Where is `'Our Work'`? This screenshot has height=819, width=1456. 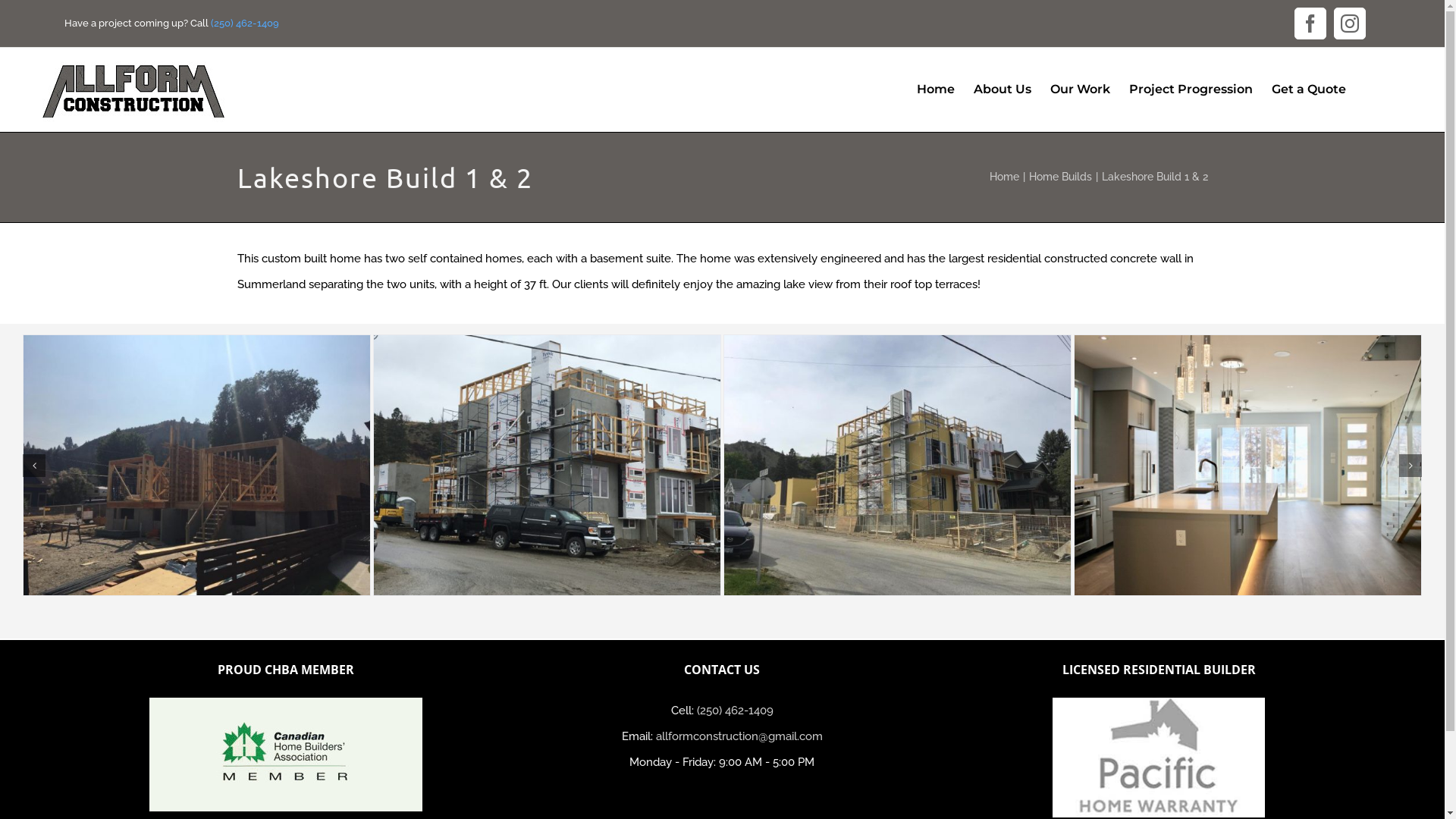
'Our Work' is located at coordinates (1079, 89).